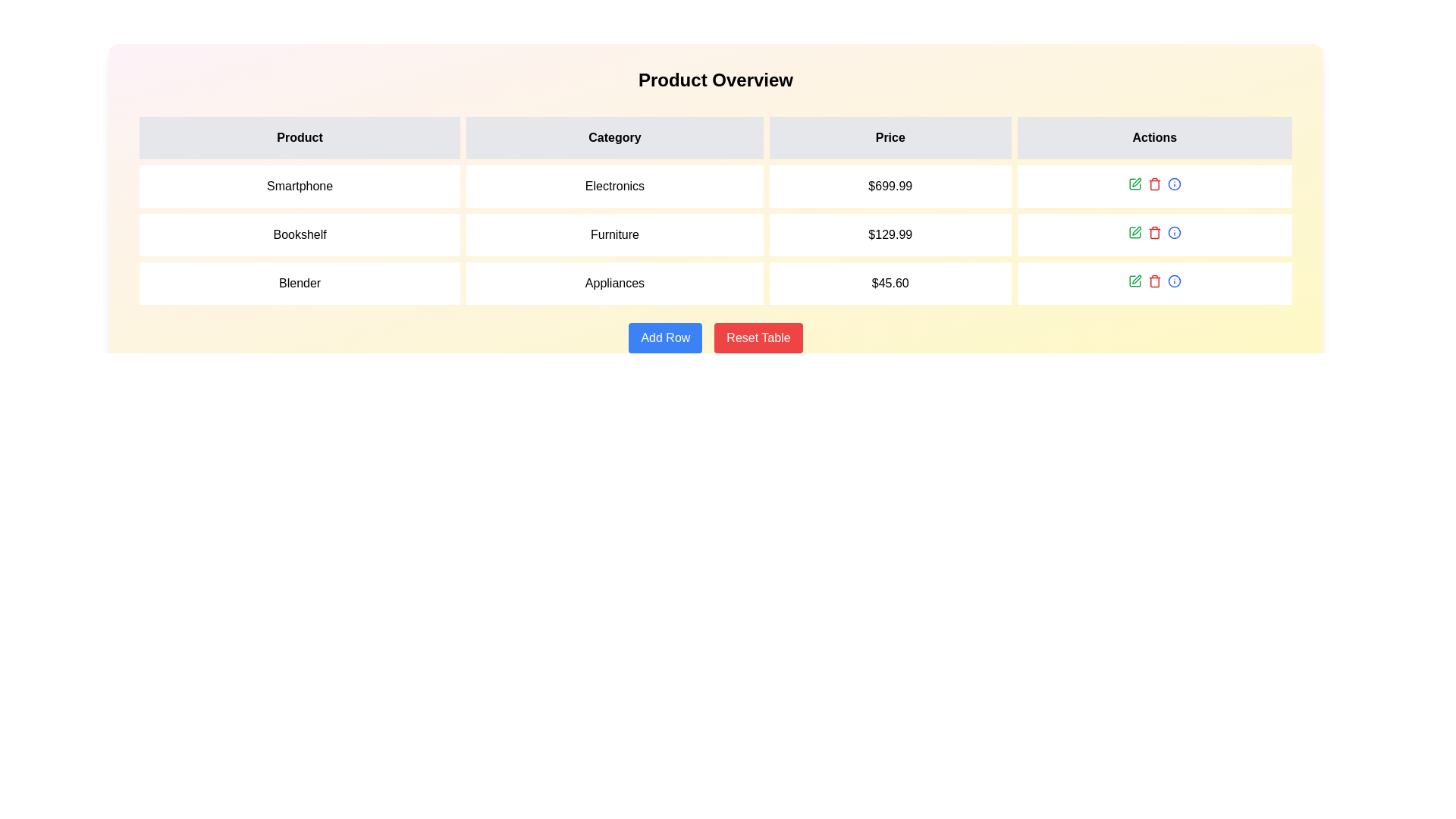  I want to click on the trashcan icon located in the 'Actions' column of the table for the 'Bookshelf' product, so click(1153, 234).